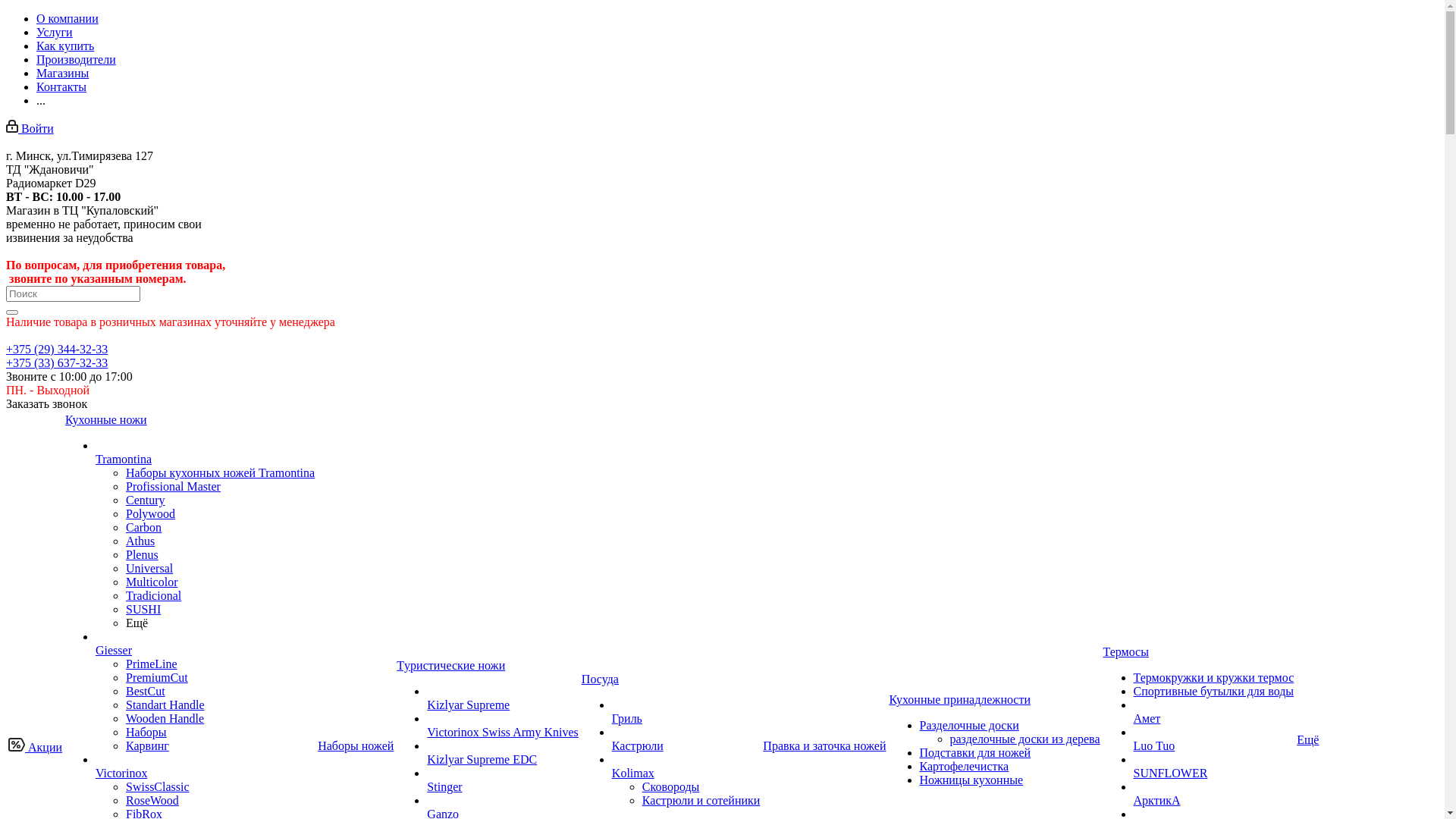 This screenshot has width=1456, height=819. What do you see at coordinates (143, 608) in the screenshot?
I see `'SUSHI'` at bounding box center [143, 608].